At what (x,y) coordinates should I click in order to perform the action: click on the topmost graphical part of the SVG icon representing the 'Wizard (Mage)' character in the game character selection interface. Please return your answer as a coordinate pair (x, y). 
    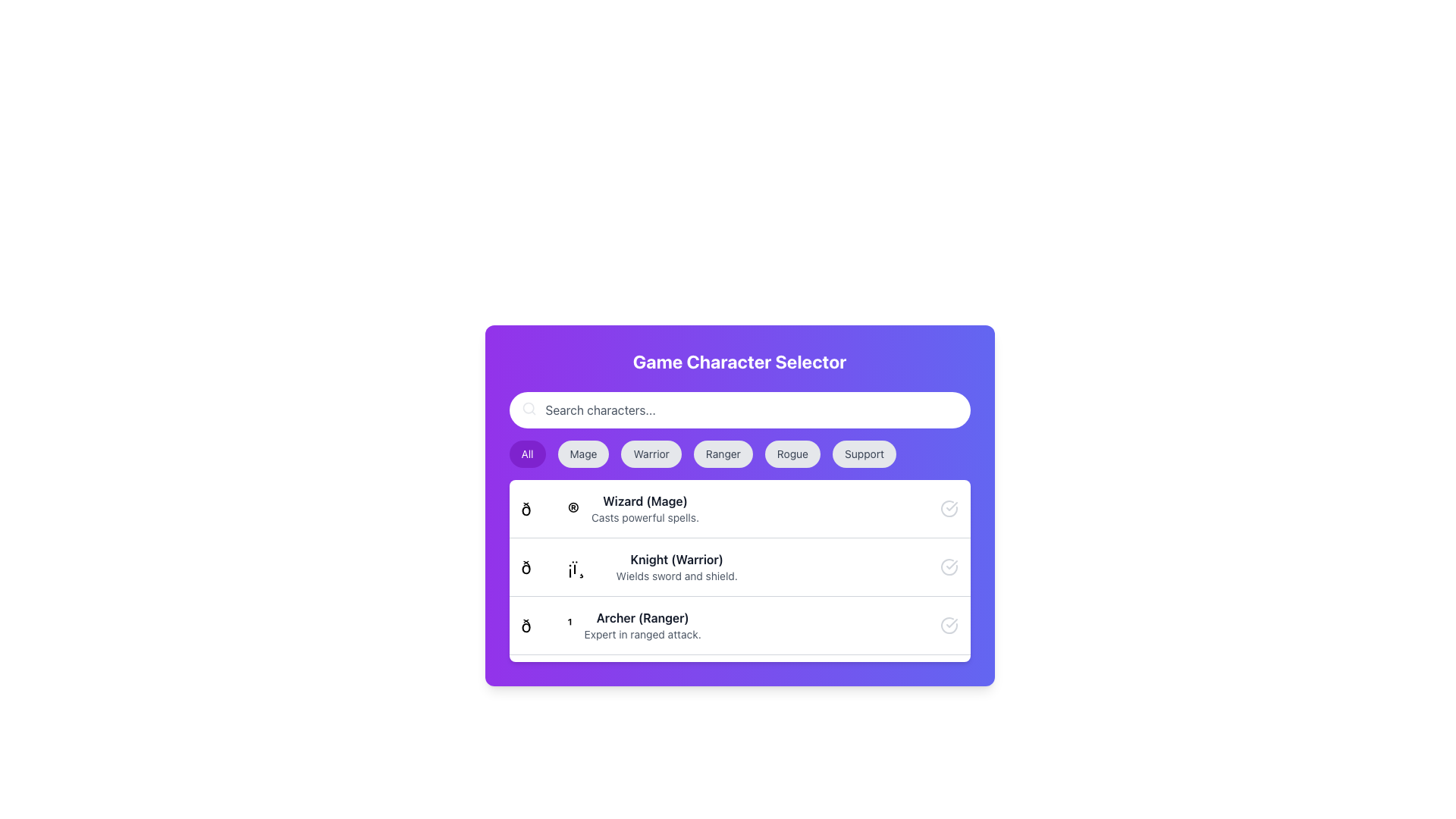
    Looking at the image, I should click on (948, 509).